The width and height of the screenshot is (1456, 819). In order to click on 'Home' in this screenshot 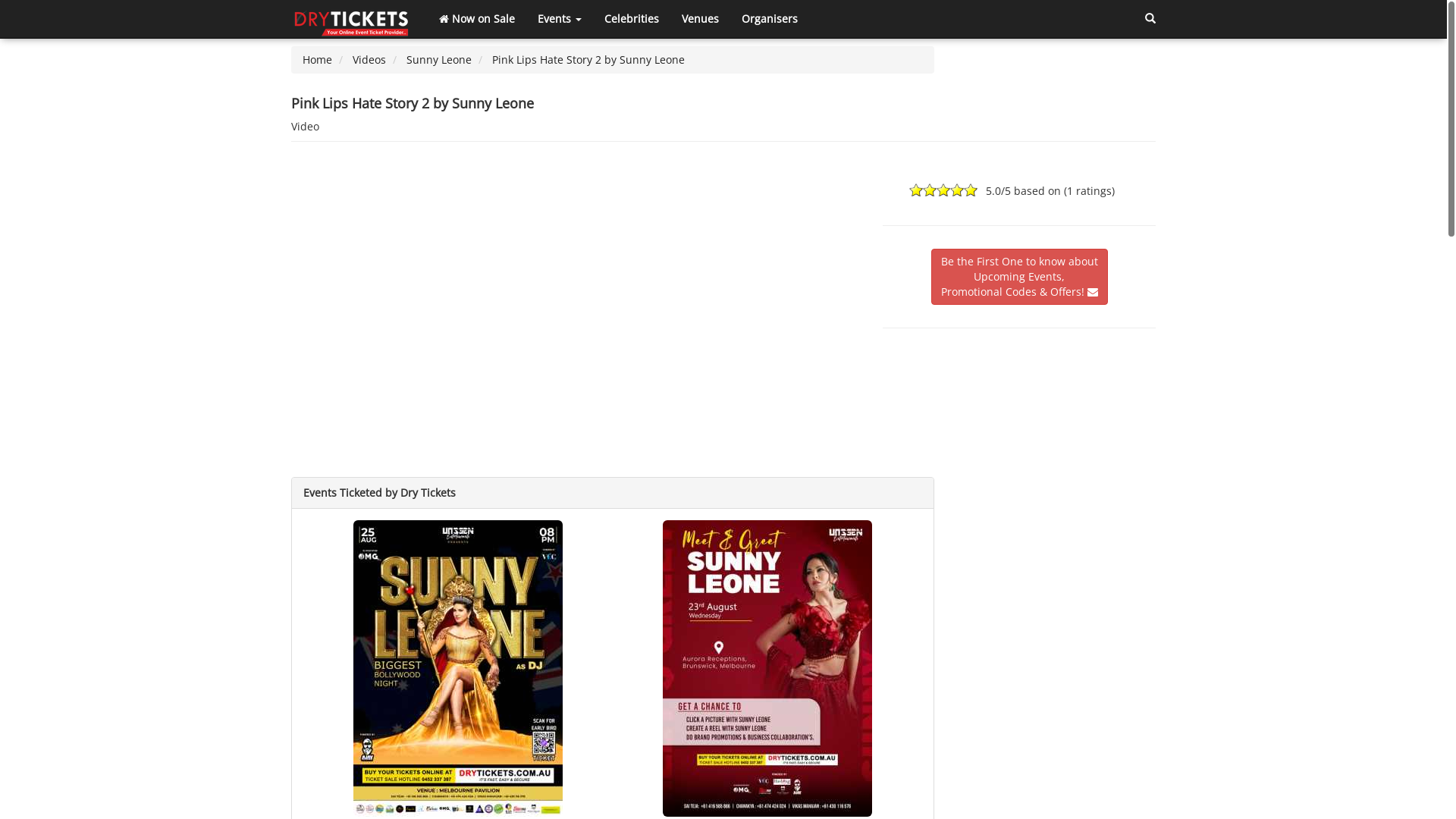, I will do `click(302, 58)`.